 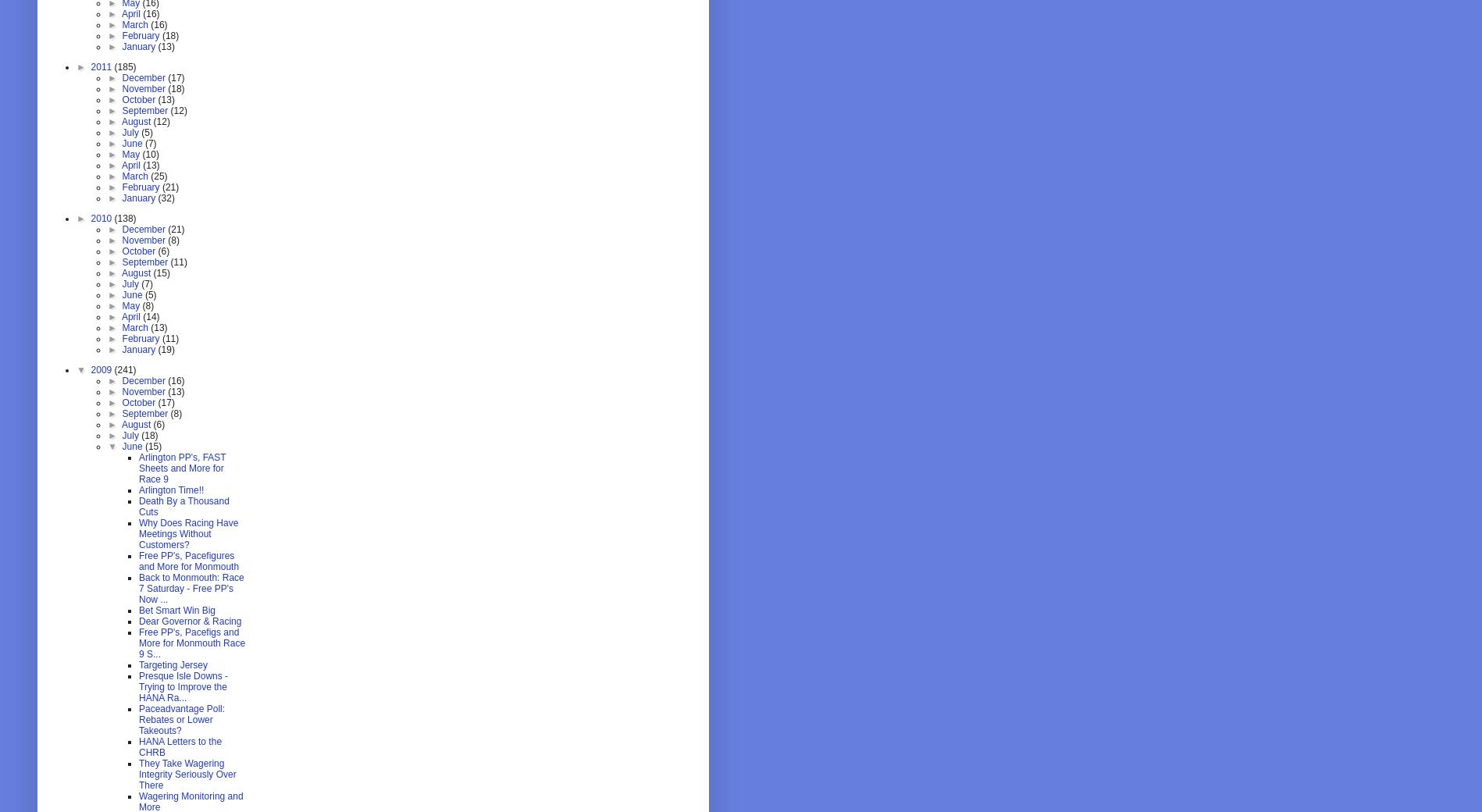 I want to click on '(10)', so click(x=149, y=155).